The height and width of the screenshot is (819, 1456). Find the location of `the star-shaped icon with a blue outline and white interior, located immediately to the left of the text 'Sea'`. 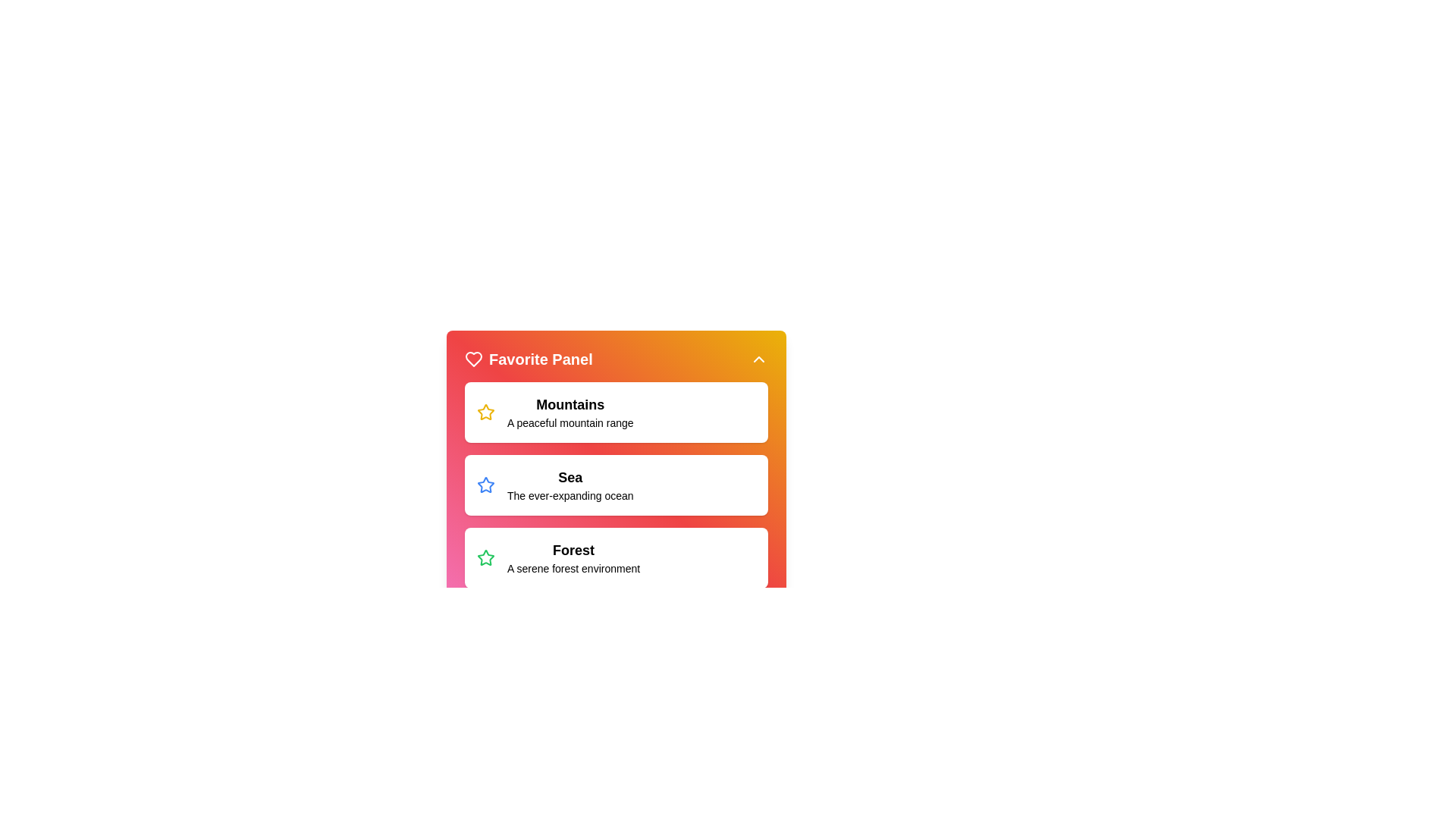

the star-shaped icon with a blue outline and white interior, located immediately to the left of the text 'Sea' is located at coordinates (486, 485).